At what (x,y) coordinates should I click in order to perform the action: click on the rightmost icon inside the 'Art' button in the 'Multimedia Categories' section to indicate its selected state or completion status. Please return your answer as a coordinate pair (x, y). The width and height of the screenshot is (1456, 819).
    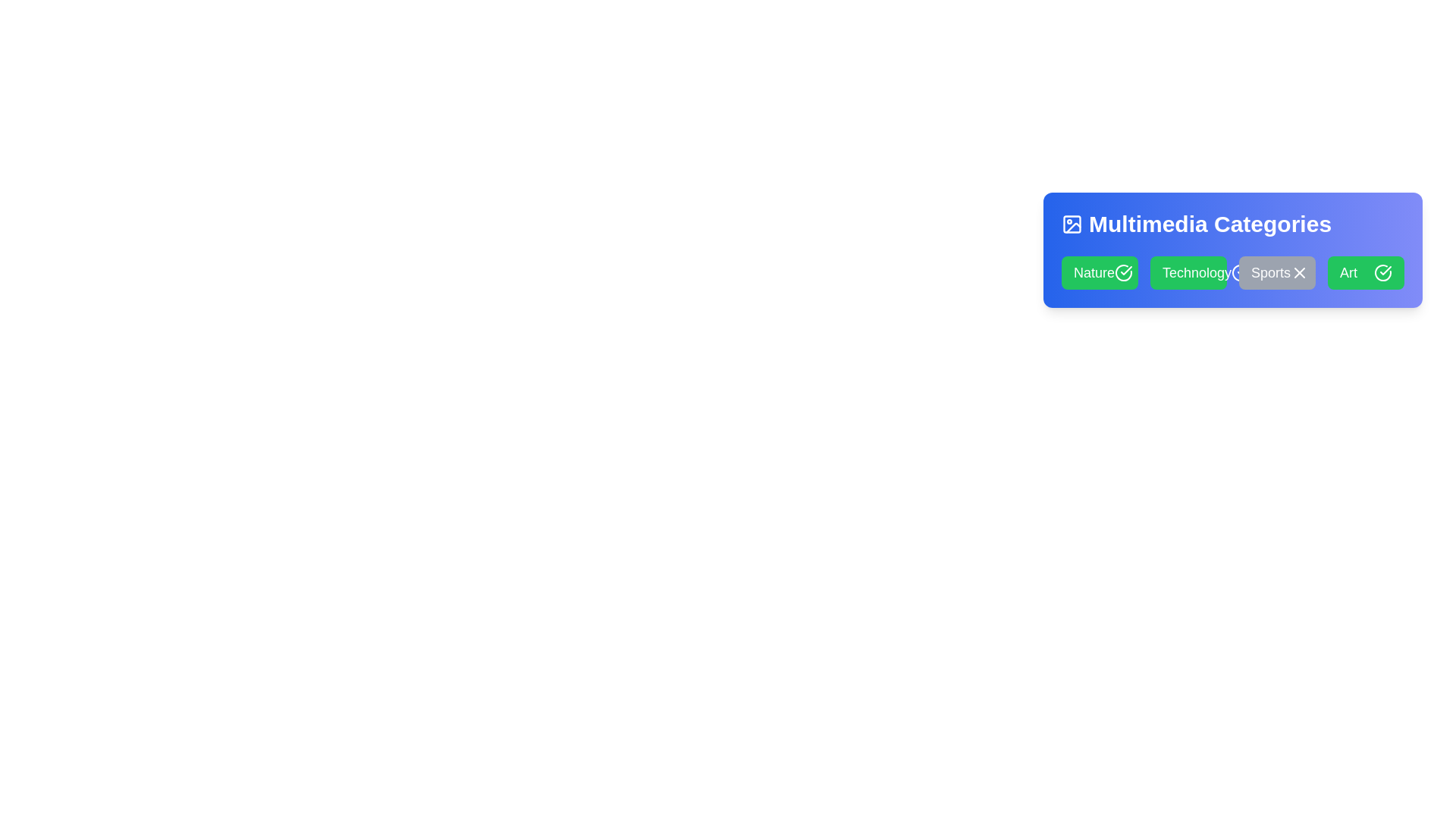
    Looking at the image, I should click on (1383, 271).